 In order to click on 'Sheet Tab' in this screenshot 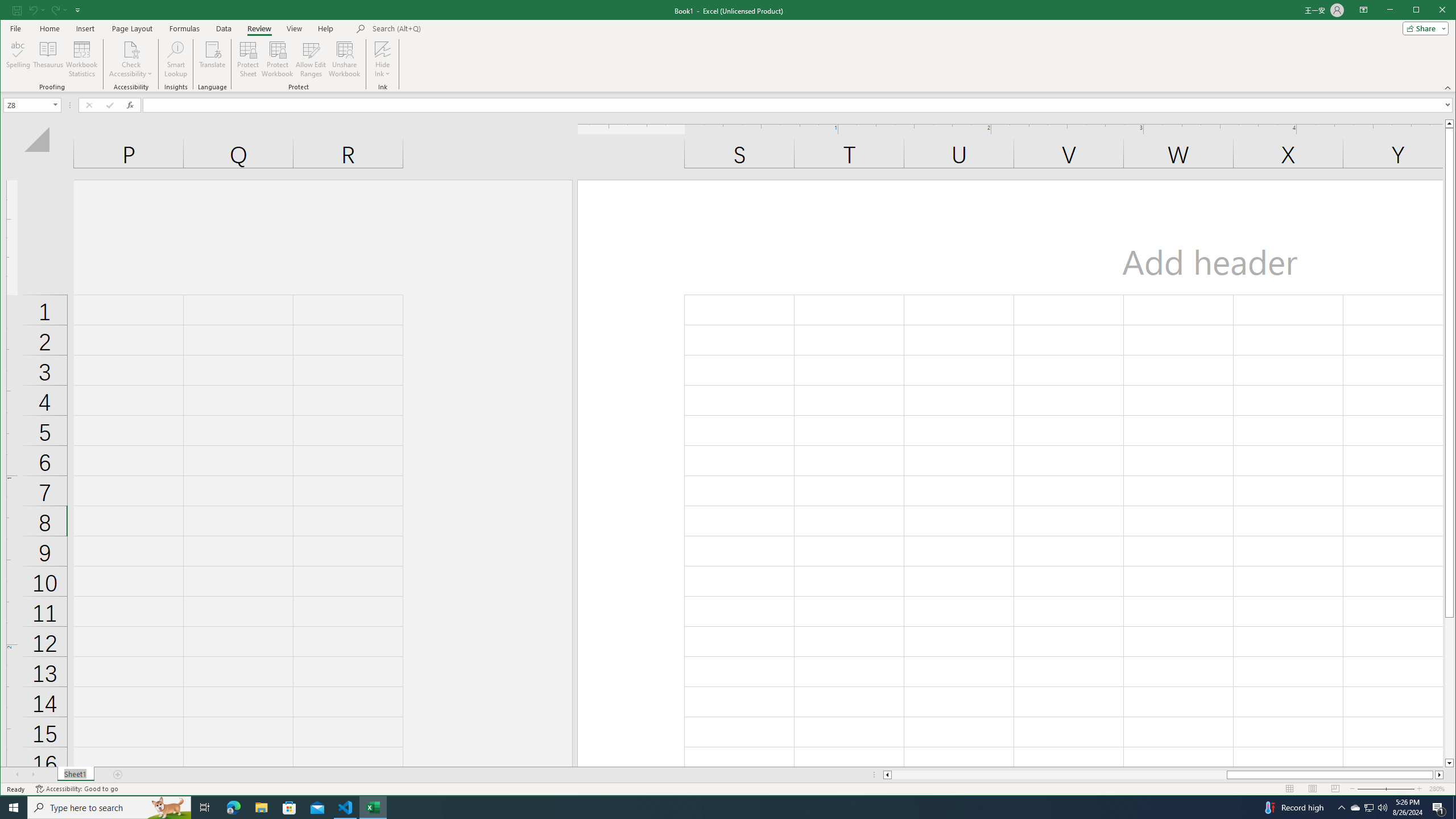, I will do `click(76, 775)`.